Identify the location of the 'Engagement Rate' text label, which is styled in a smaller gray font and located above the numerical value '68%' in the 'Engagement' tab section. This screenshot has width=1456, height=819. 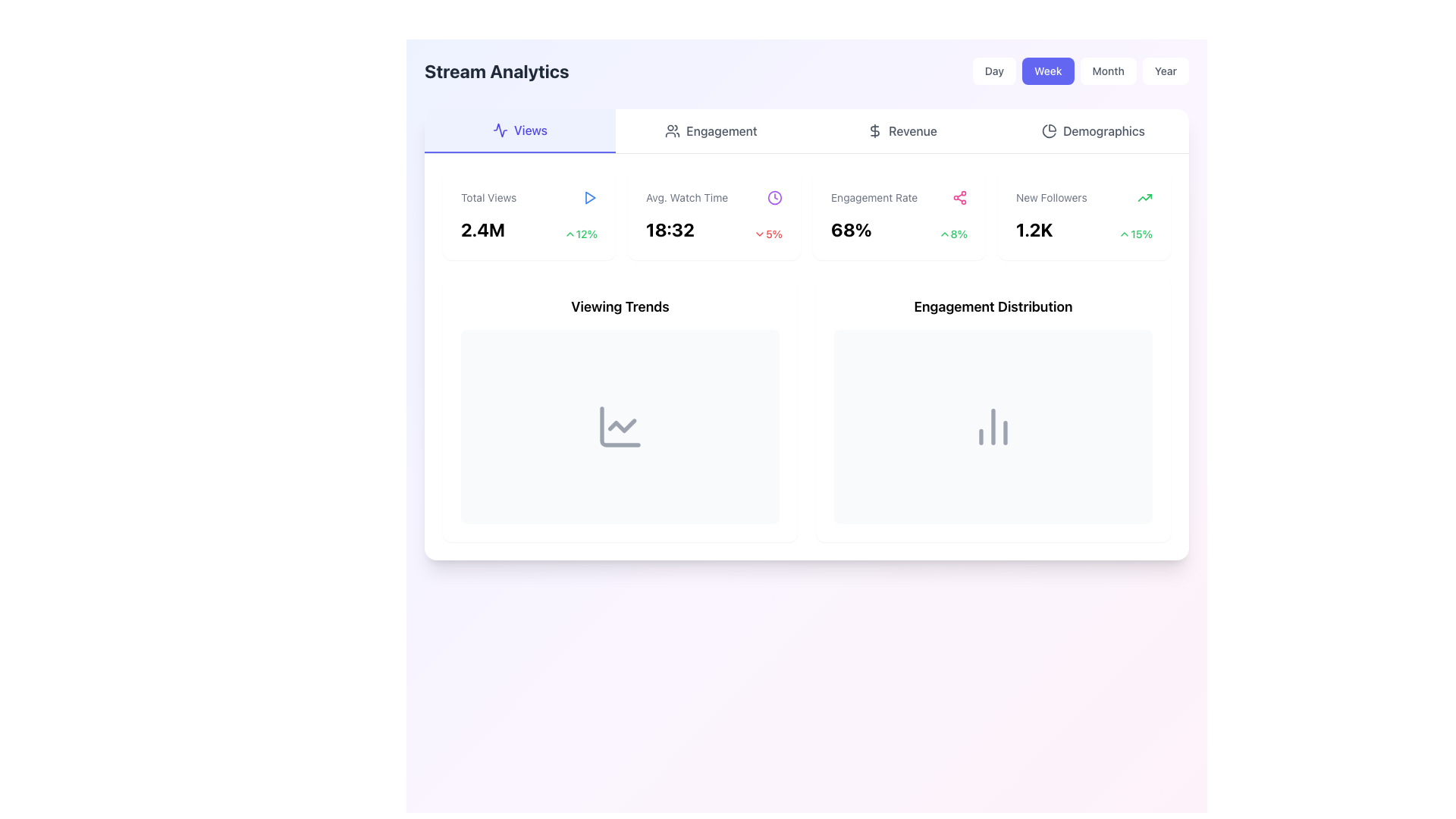
(874, 197).